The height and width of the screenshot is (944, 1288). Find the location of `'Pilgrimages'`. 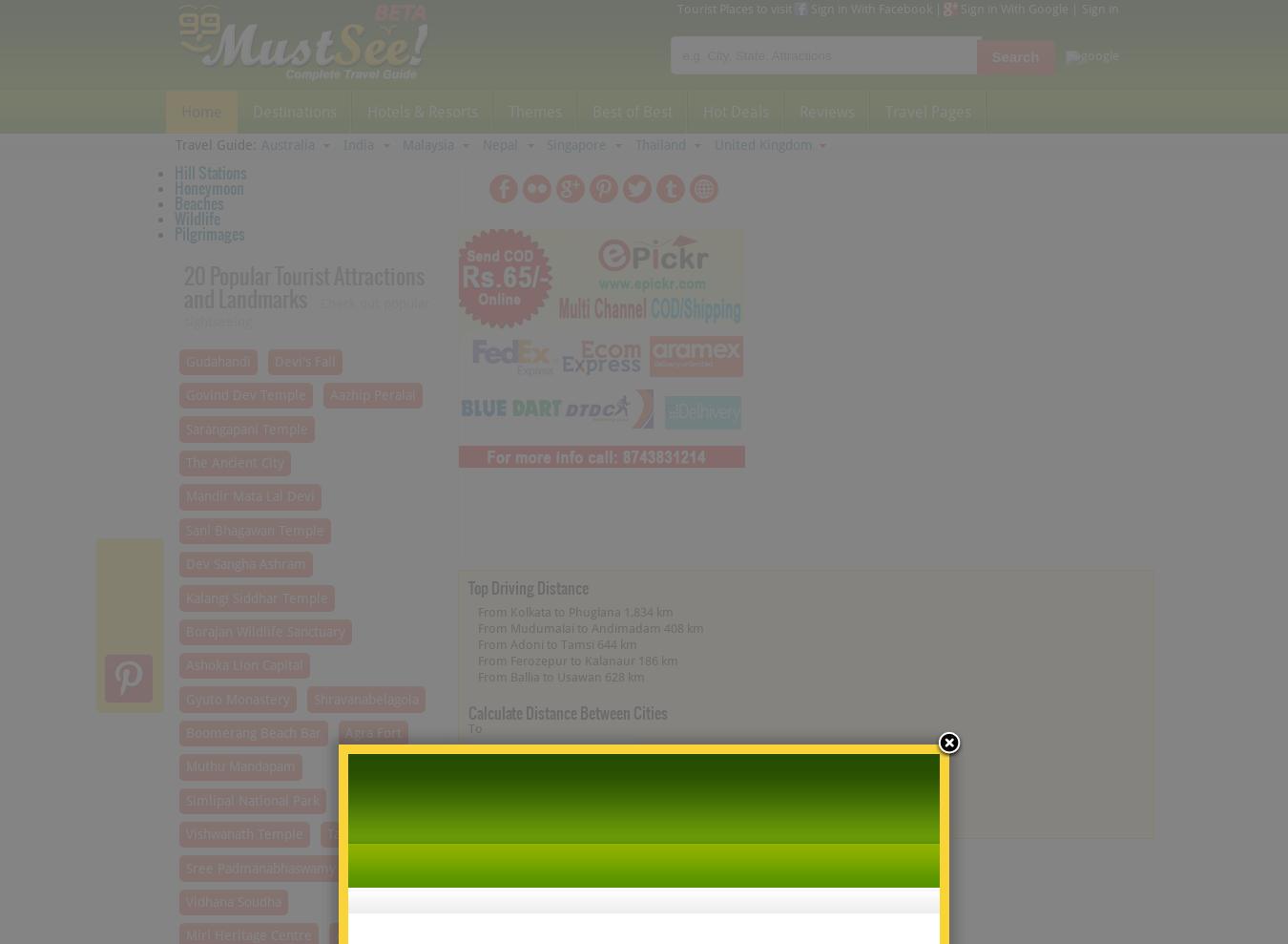

'Pilgrimages' is located at coordinates (208, 231).